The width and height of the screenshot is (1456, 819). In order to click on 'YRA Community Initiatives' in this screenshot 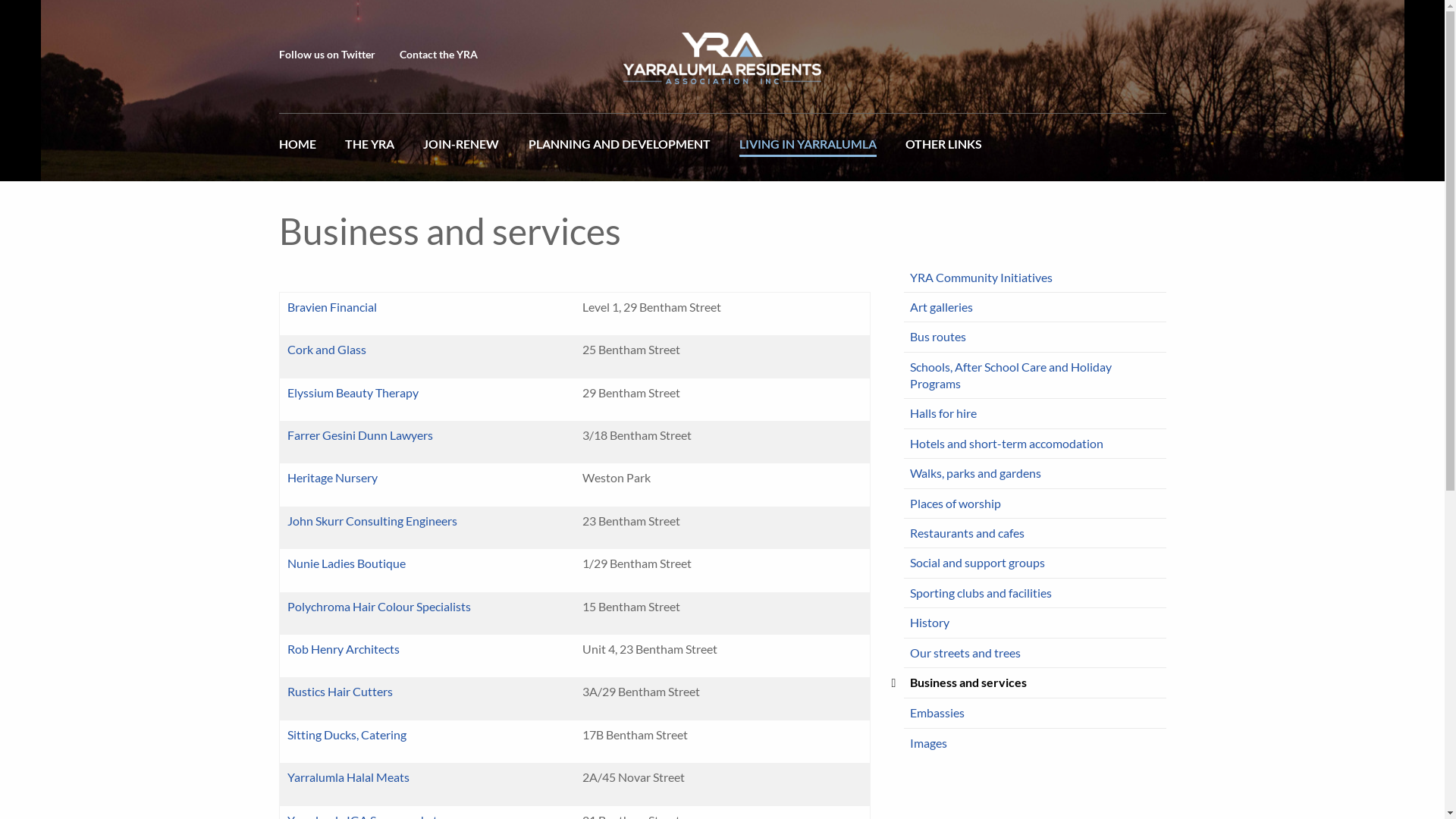, I will do `click(903, 278)`.